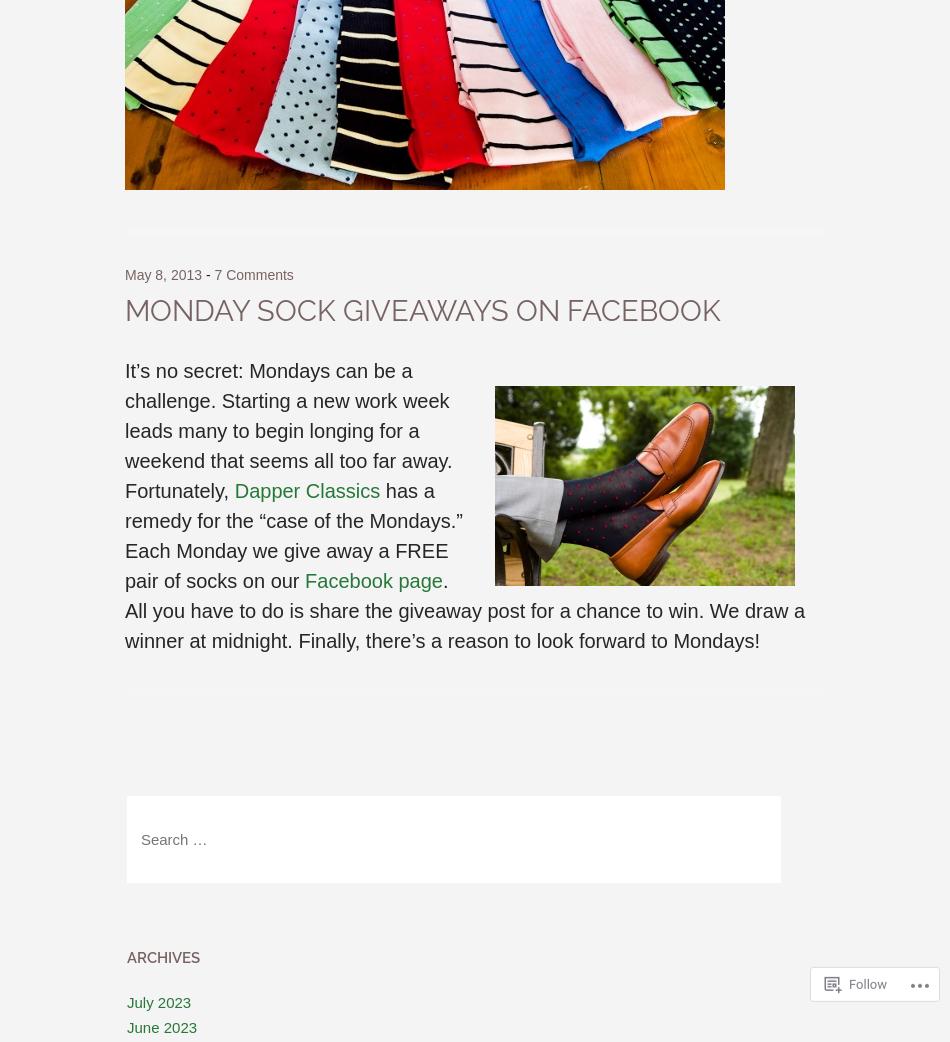  I want to click on 'June 2023', so click(161, 1027).